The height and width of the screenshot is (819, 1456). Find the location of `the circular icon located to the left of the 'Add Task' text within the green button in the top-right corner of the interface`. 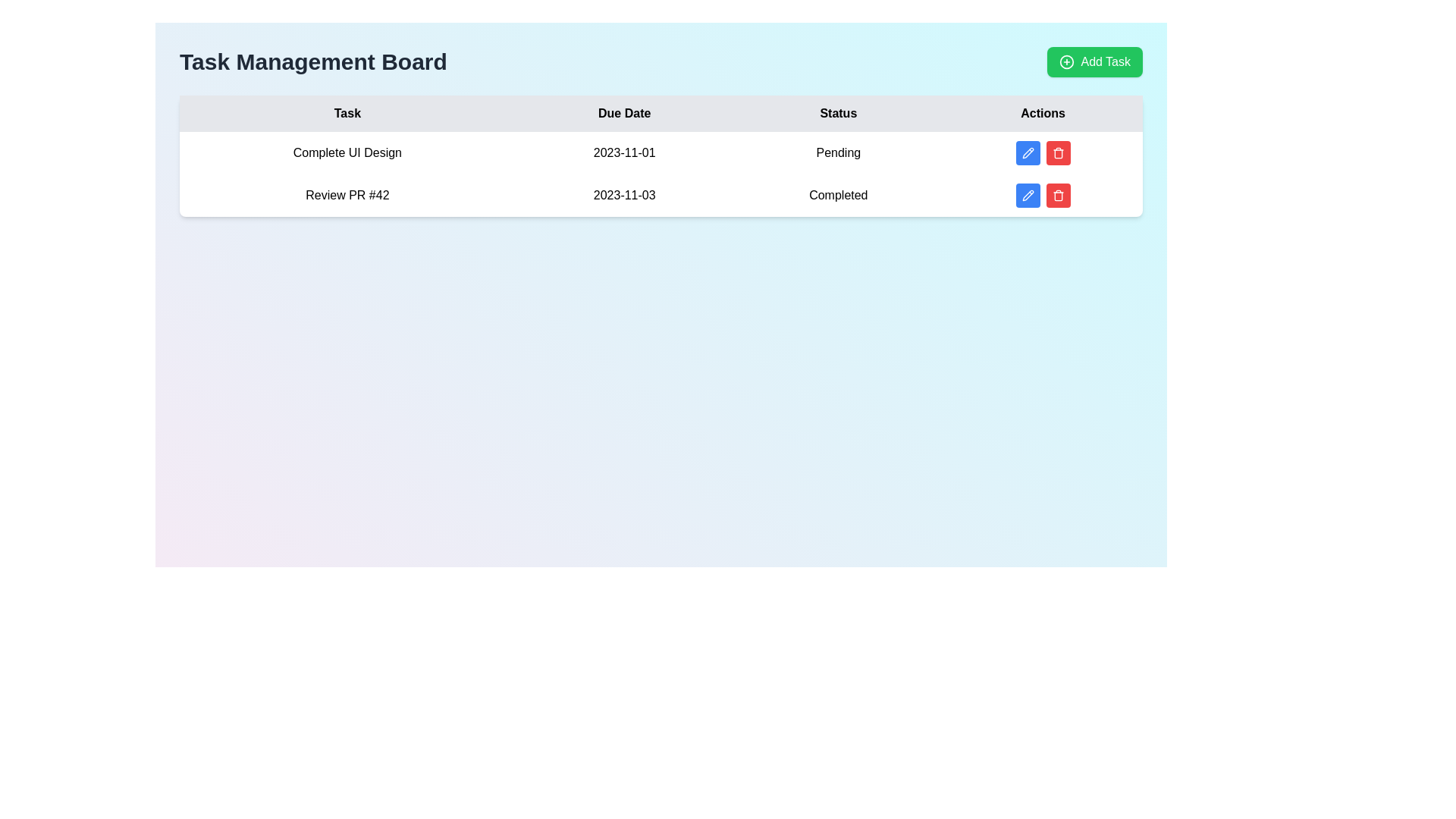

the circular icon located to the left of the 'Add Task' text within the green button in the top-right corner of the interface is located at coordinates (1066, 61).